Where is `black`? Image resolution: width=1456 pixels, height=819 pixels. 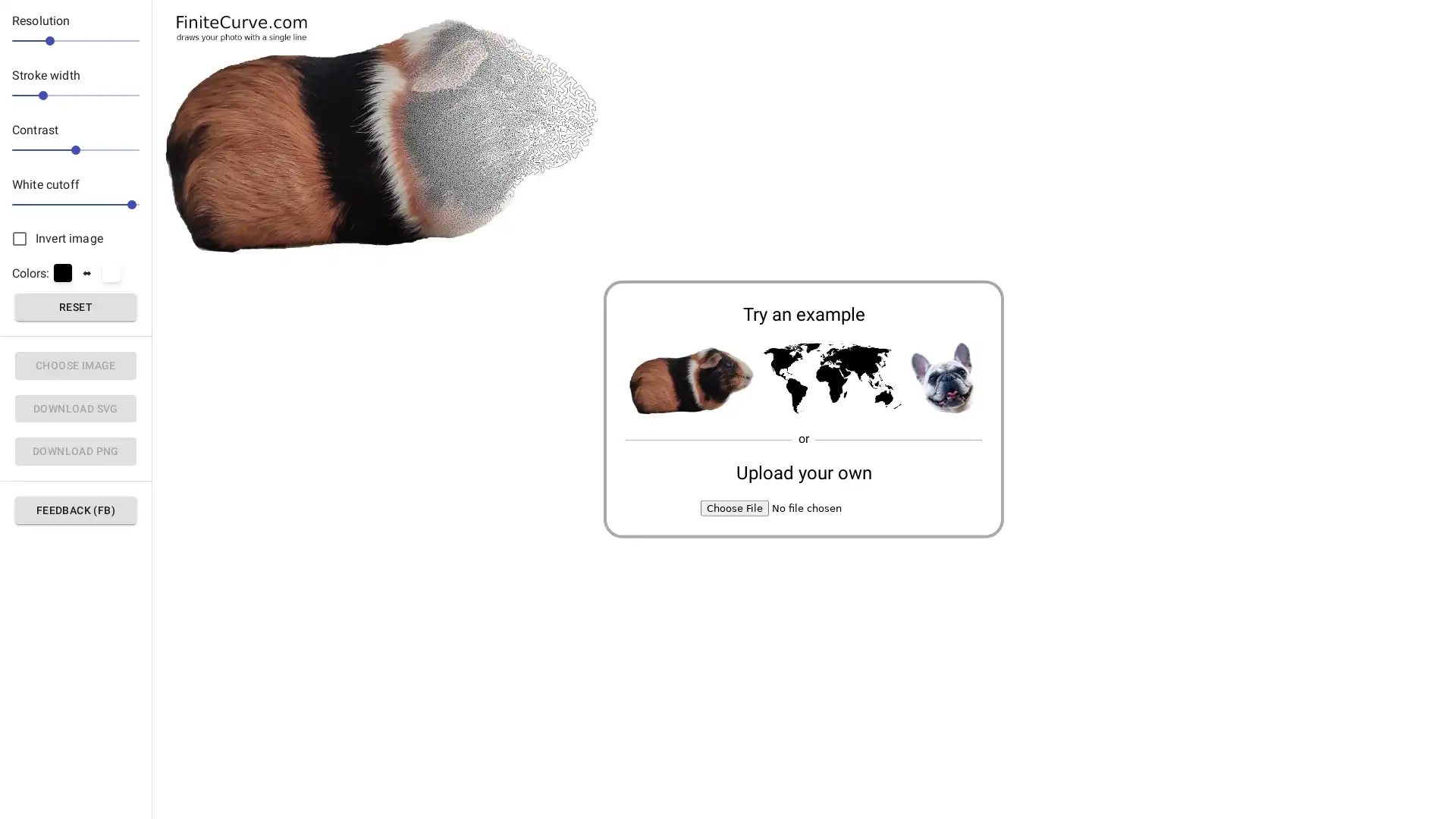
black is located at coordinates (61, 271).